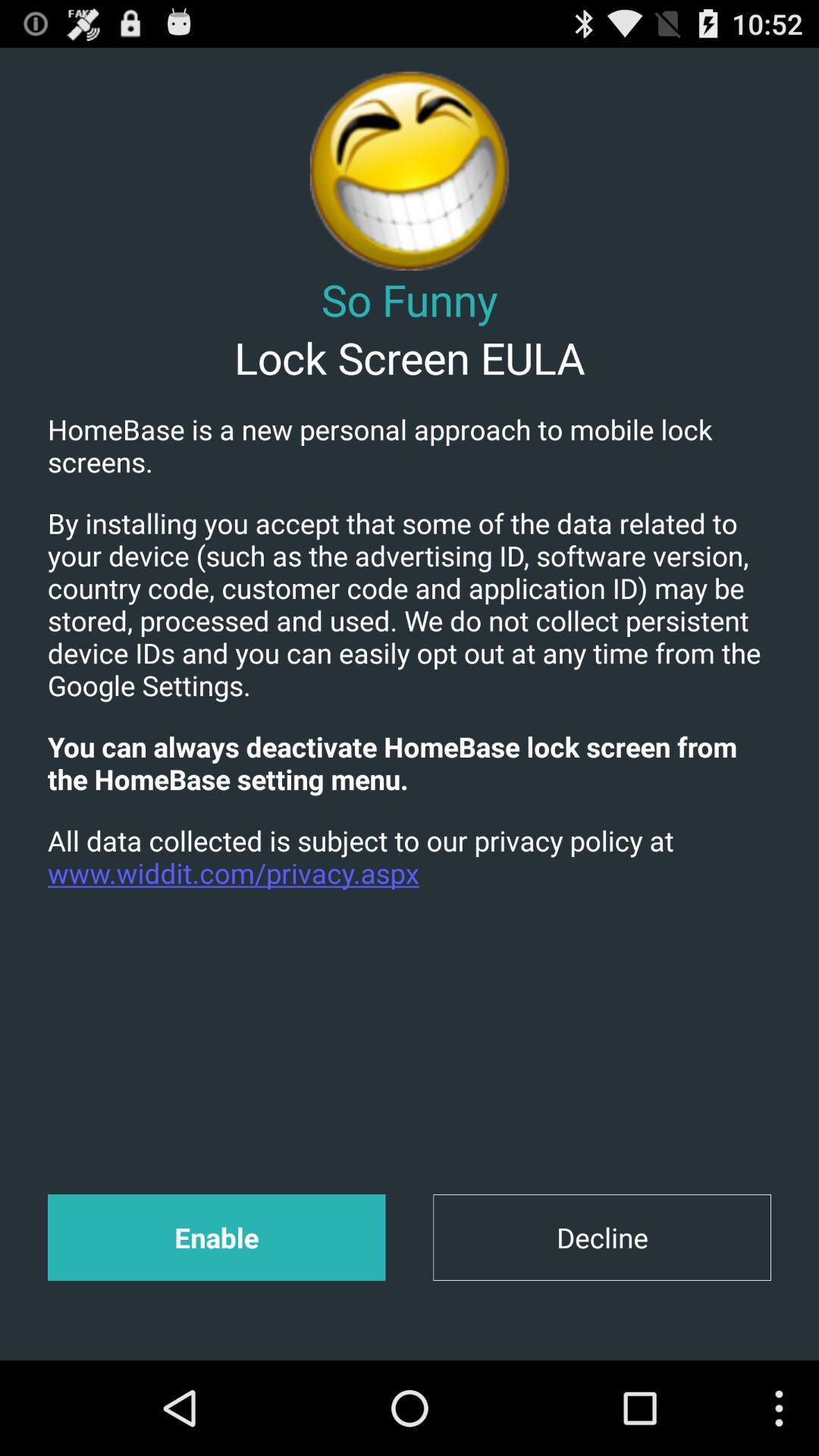  I want to click on item above all data collected app, so click(409, 763).